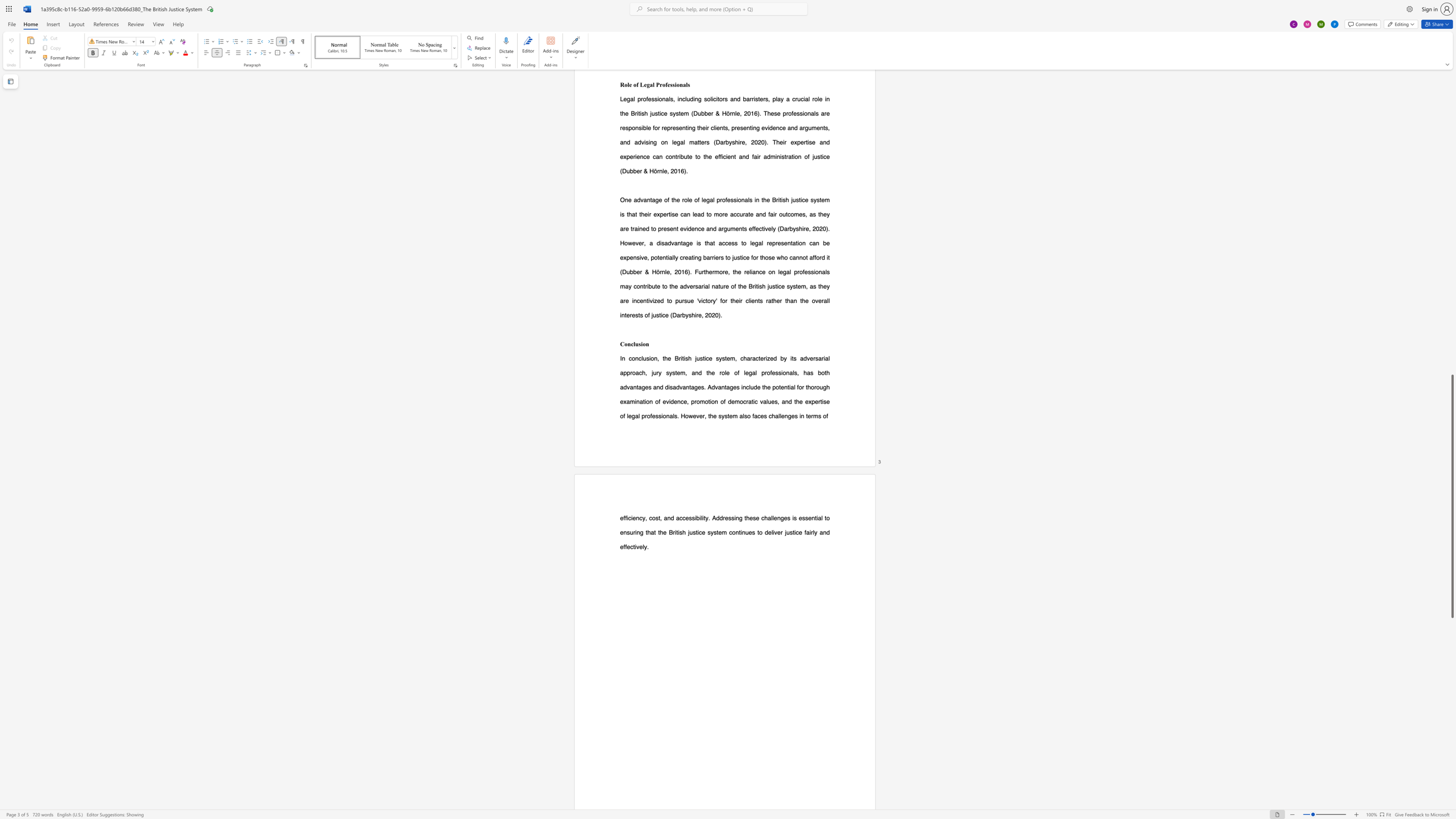 The image size is (1456, 819). I want to click on the scrollbar to scroll upward, so click(1451, 299).